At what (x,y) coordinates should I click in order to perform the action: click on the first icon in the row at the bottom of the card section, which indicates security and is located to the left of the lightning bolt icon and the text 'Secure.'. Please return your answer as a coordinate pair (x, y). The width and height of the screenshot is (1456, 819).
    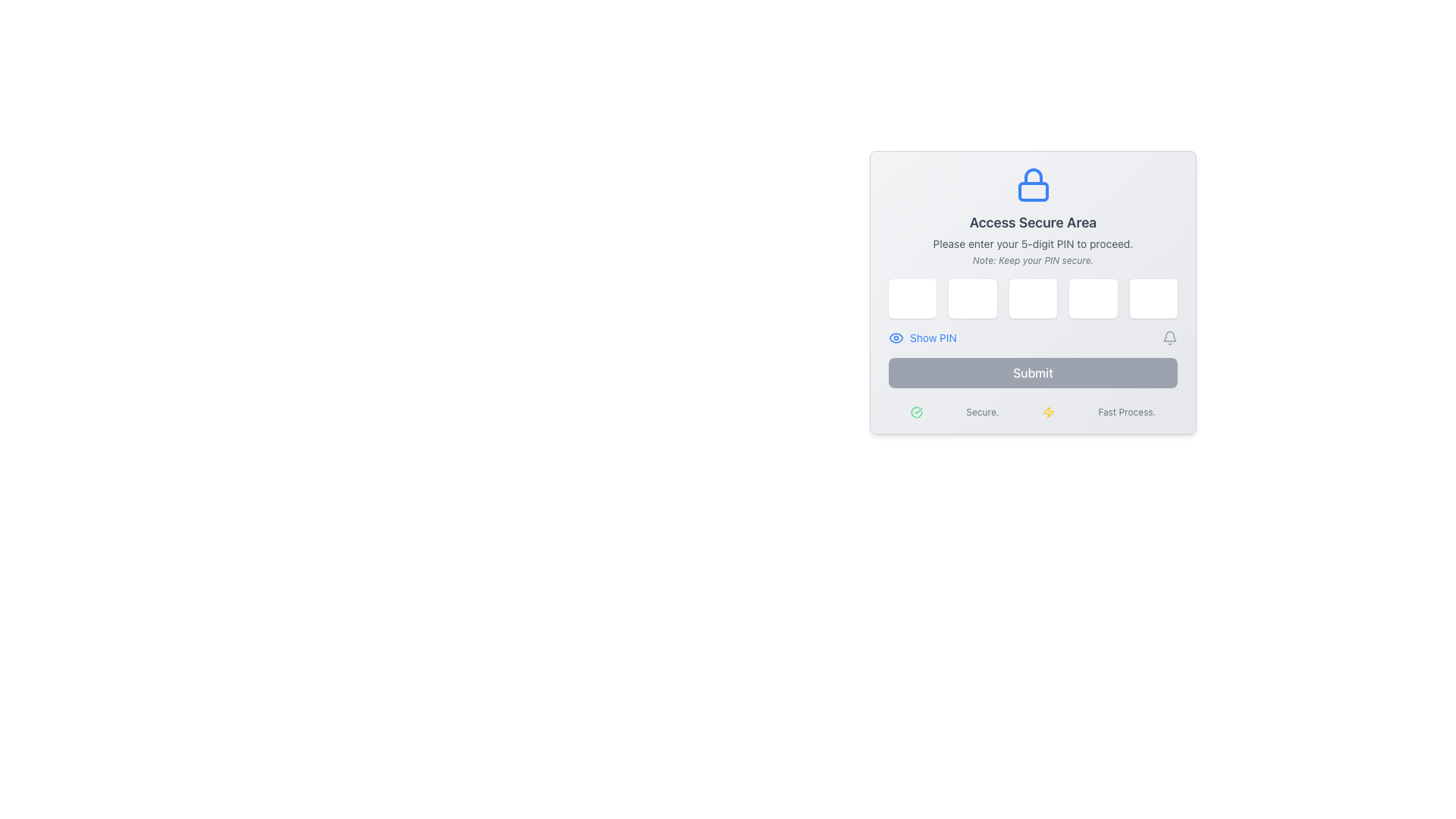
    Looking at the image, I should click on (915, 412).